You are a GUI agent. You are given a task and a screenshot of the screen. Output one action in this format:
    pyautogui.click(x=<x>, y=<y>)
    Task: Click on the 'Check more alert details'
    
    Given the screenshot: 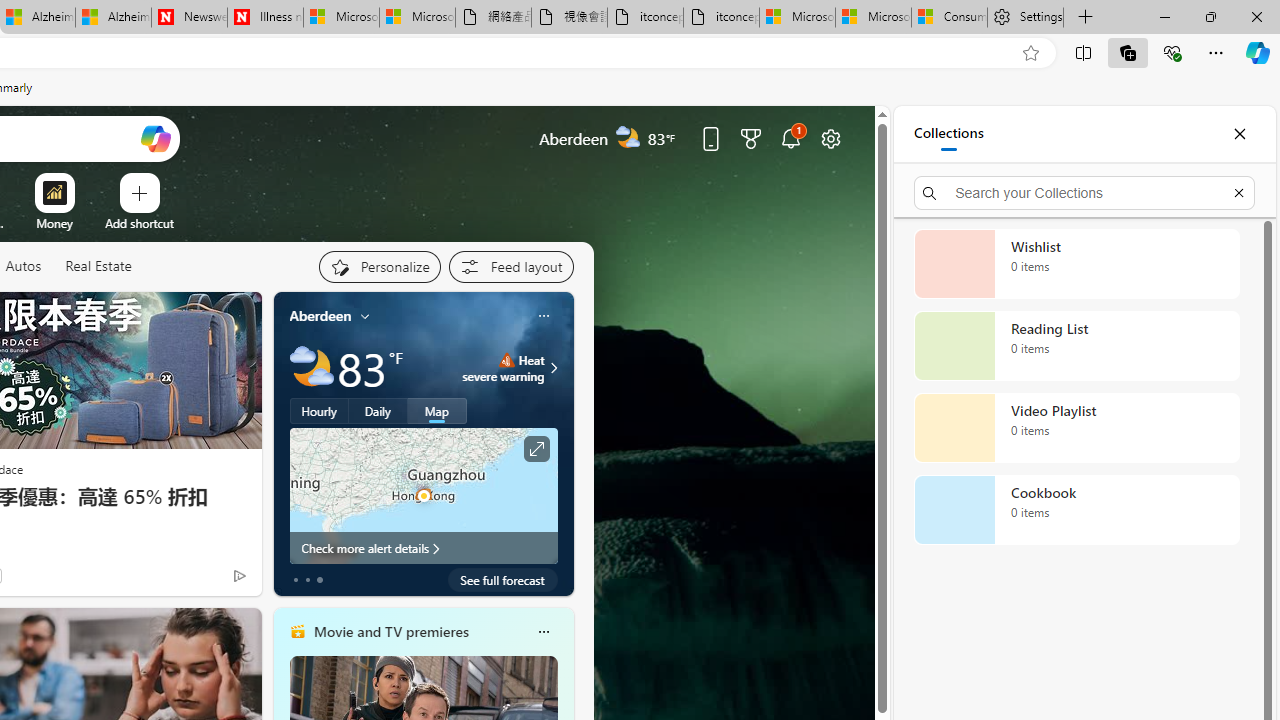 What is the action you would take?
    pyautogui.click(x=422, y=547)
    